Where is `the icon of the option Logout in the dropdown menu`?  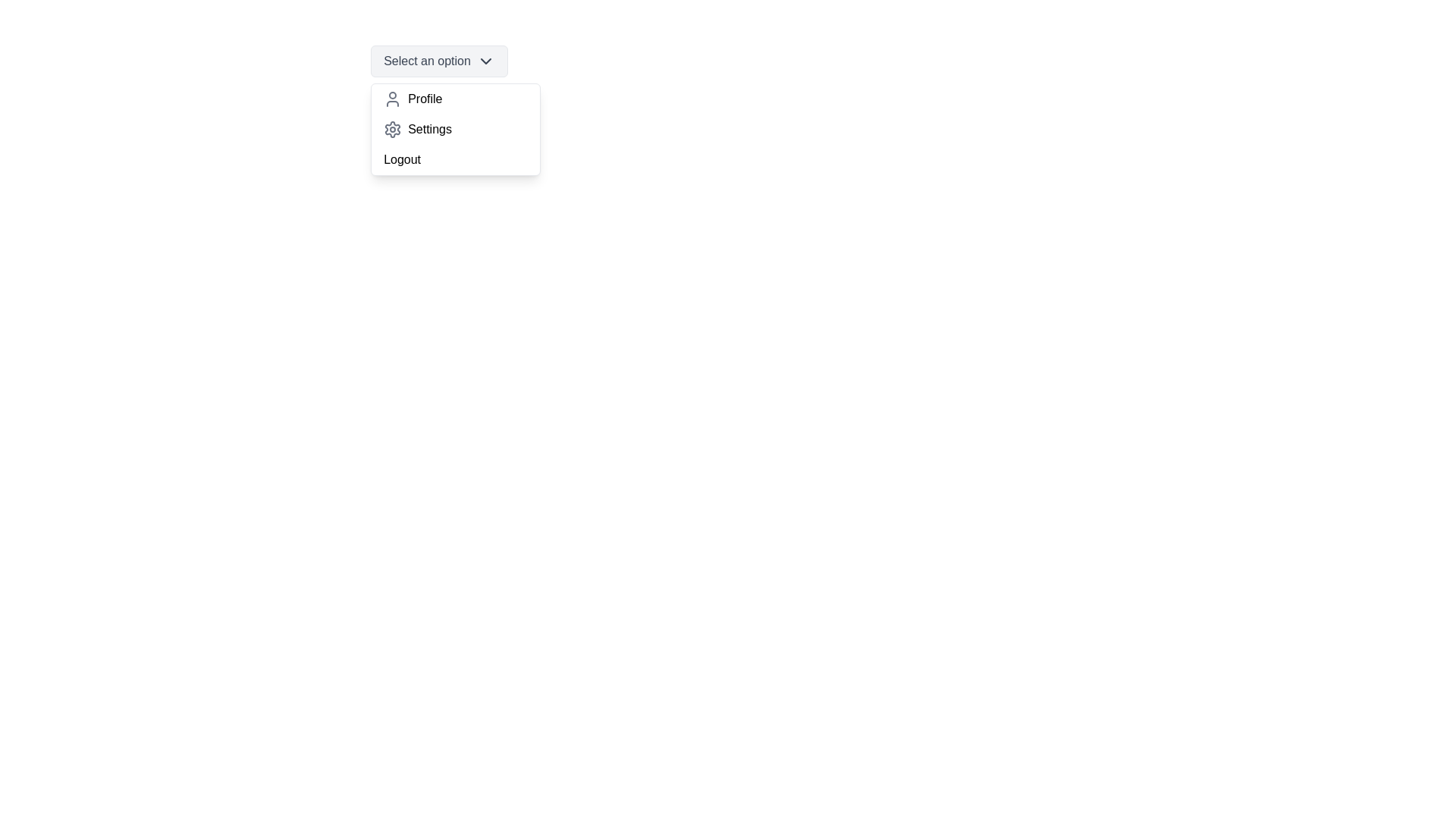 the icon of the option Logout in the dropdown menu is located at coordinates (393, 160).